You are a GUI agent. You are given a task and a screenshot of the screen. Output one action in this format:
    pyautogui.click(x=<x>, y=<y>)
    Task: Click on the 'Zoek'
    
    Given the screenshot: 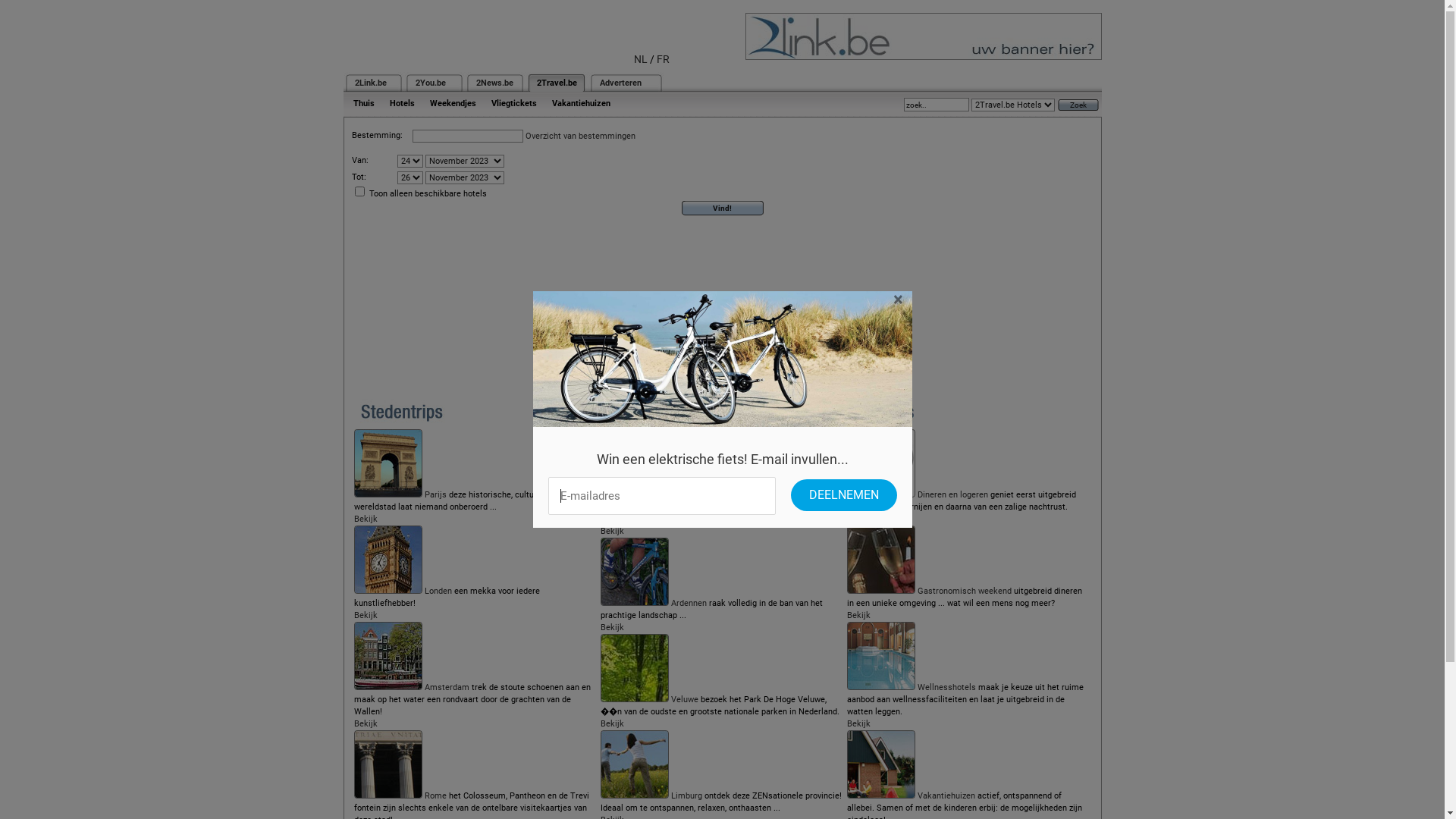 What is the action you would take?
    pyautogui.click(x=1076, y=103)
    